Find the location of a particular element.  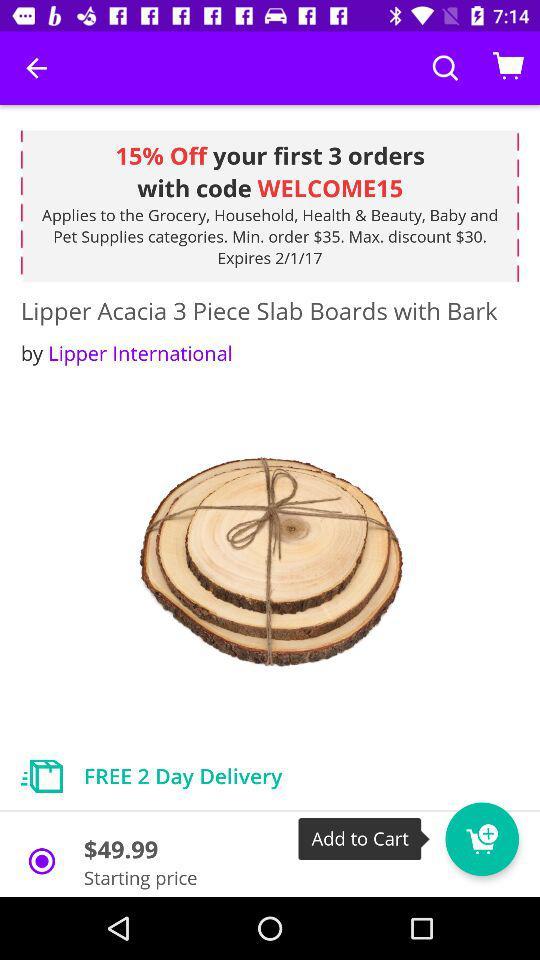

the by lipper international is located at coordinates (126, 353).